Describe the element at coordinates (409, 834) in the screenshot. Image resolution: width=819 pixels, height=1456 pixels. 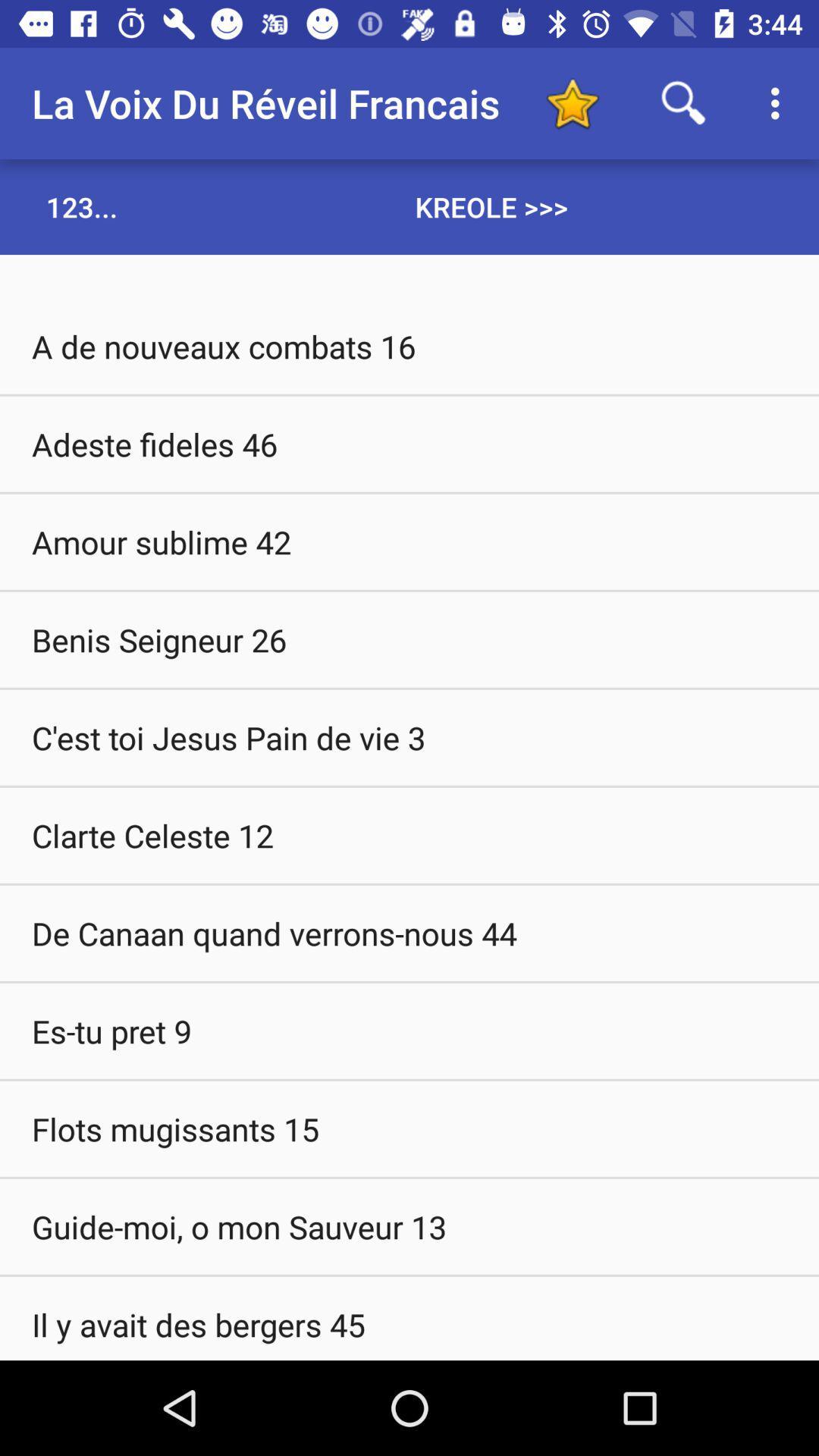
I see `icon above the de canaan quand item` at that location.